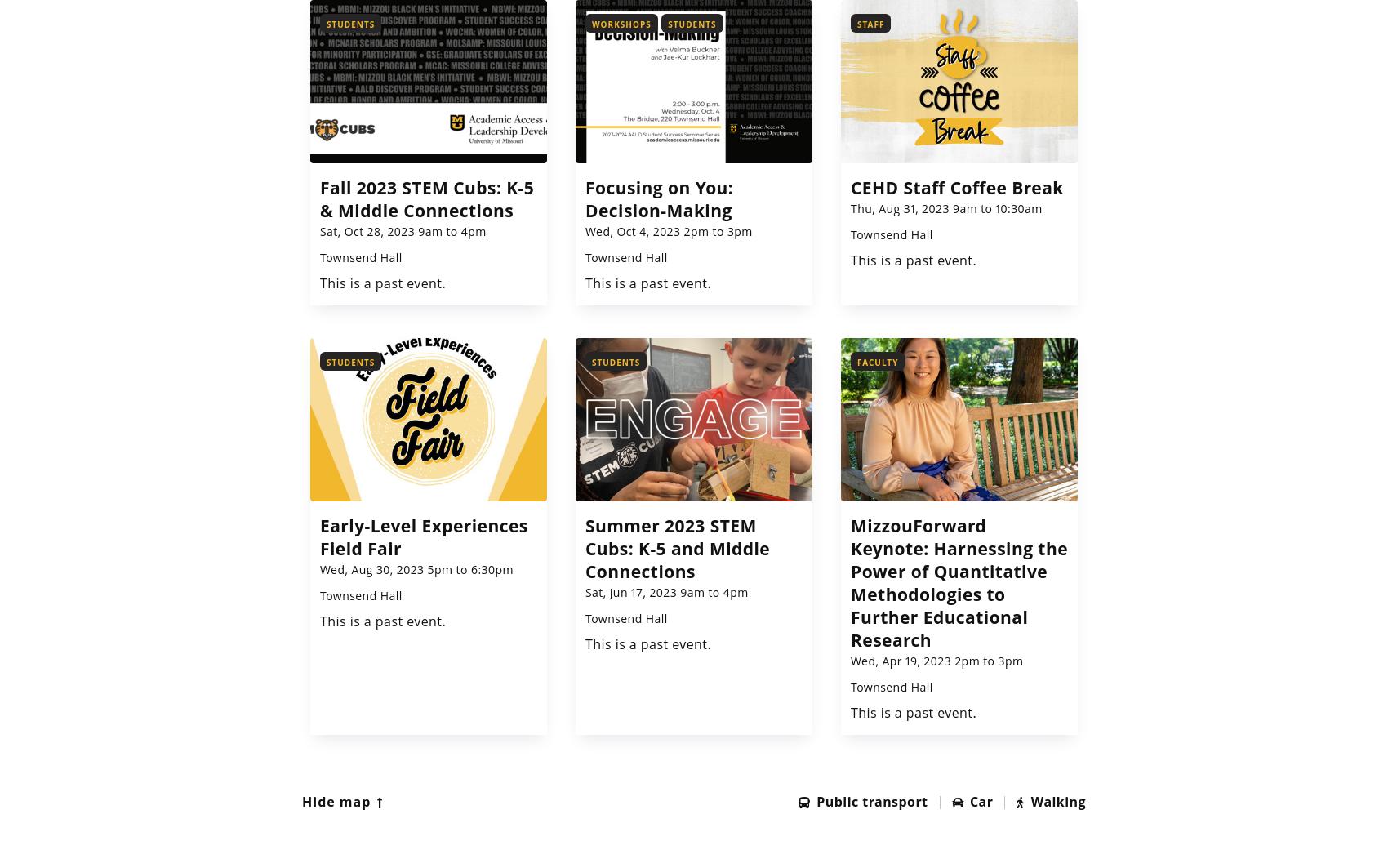 Image resolution: width=1388 pixels, height=868 pixels. What do you see at coordinates (870, 24) in the screenshot?
I see `'Staff'` at bounding box center [870, 24].